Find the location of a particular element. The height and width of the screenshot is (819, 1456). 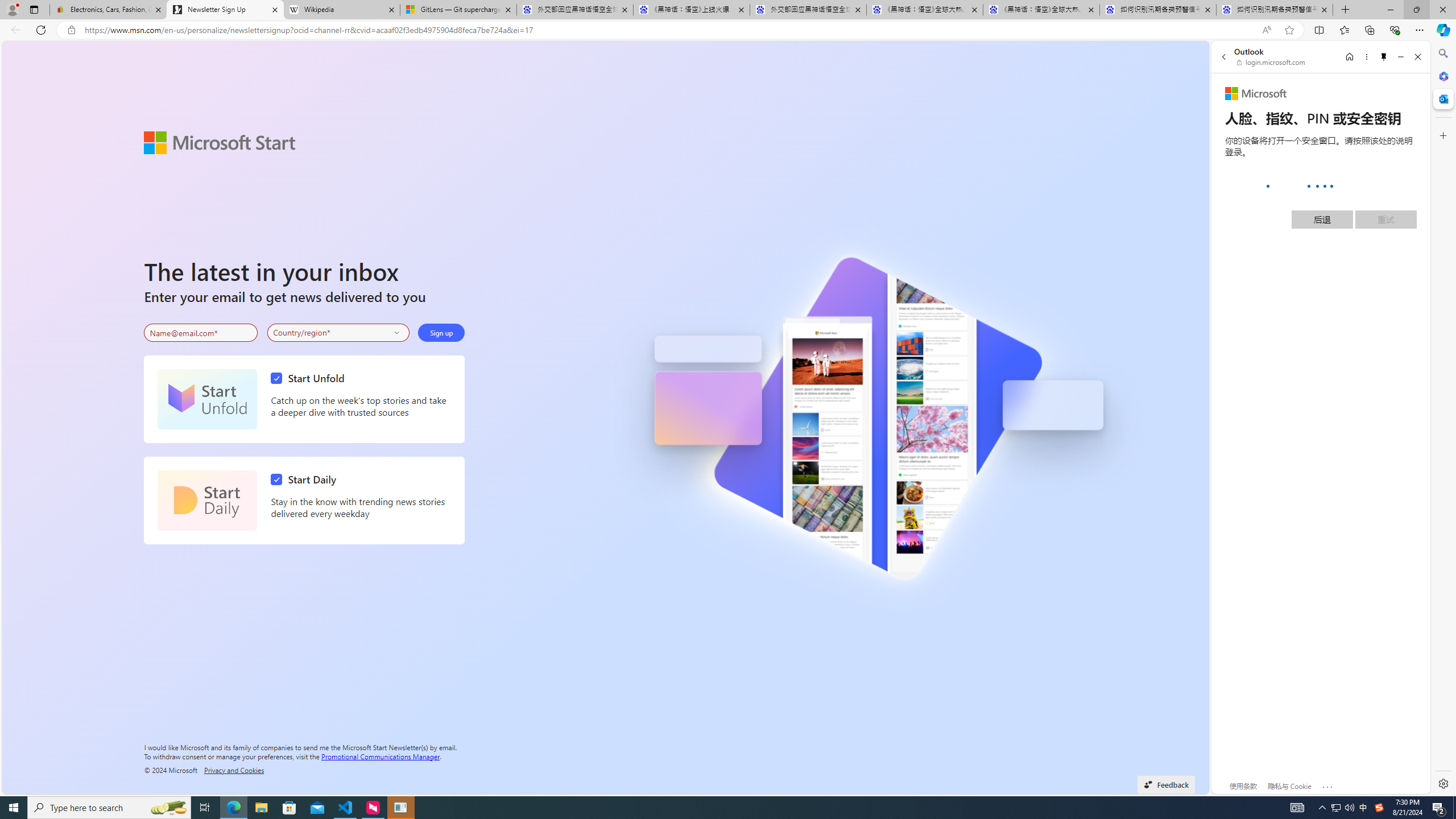

'Start Daily' is located at coordinates (206, 500).